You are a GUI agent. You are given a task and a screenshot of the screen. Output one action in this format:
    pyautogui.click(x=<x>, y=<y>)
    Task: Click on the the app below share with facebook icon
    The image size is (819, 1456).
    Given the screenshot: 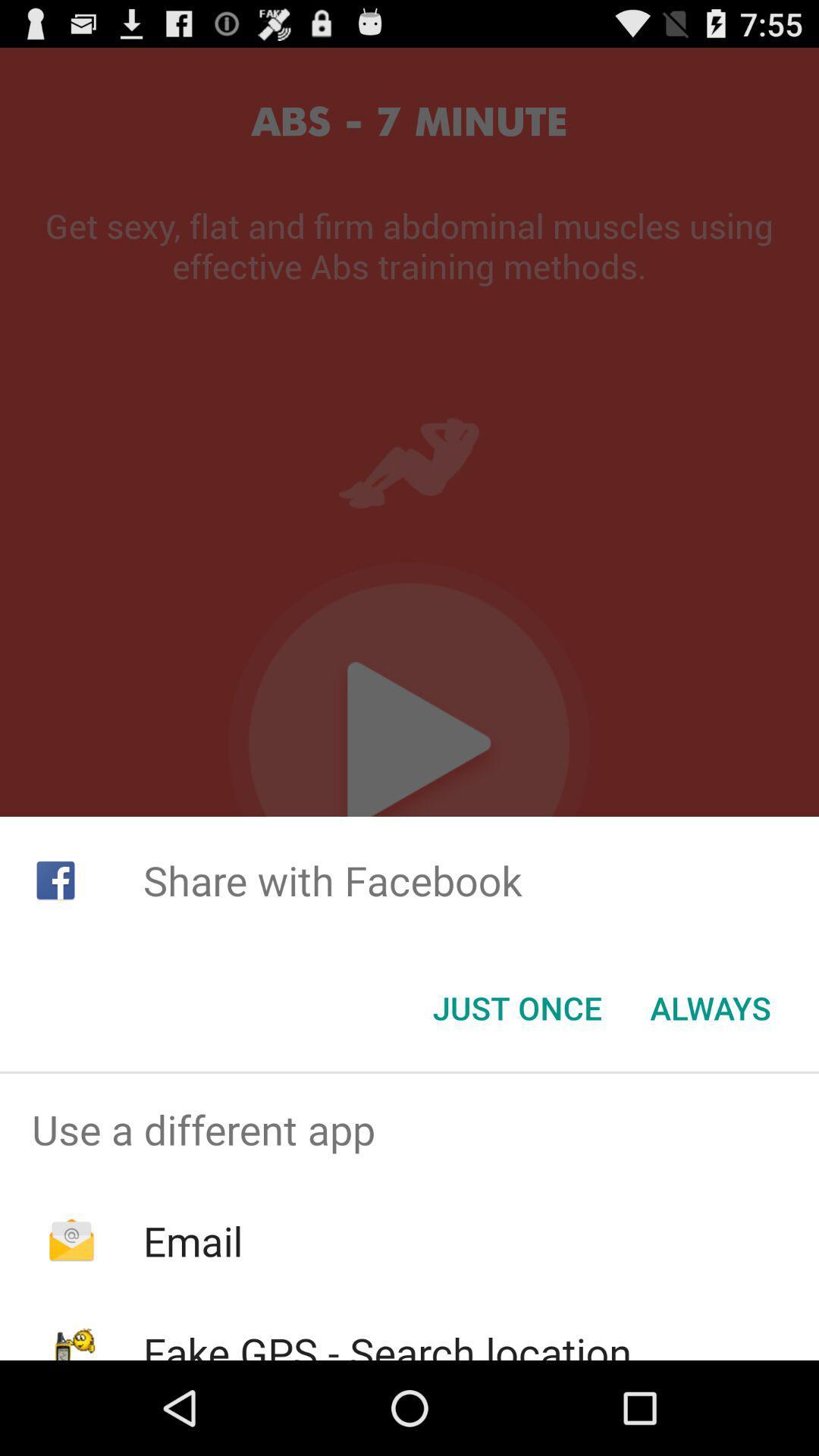 What is the action you would take?
    pyautogui.click(x=711, y=1008)
    